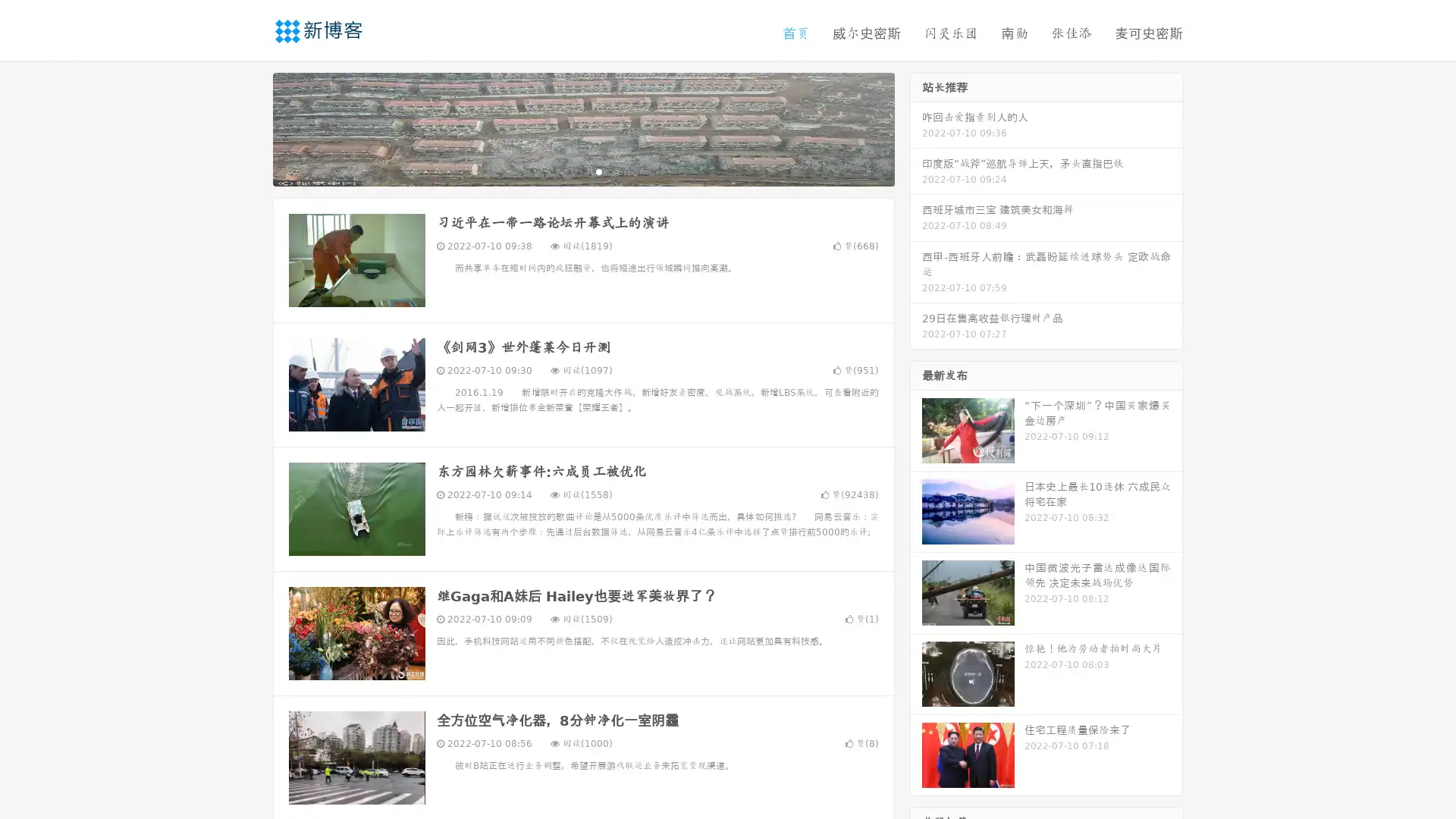 Image resolution: width=1456 pixels, height=819 pixels. I want to click on Go to slide 2, so click(582, 171).